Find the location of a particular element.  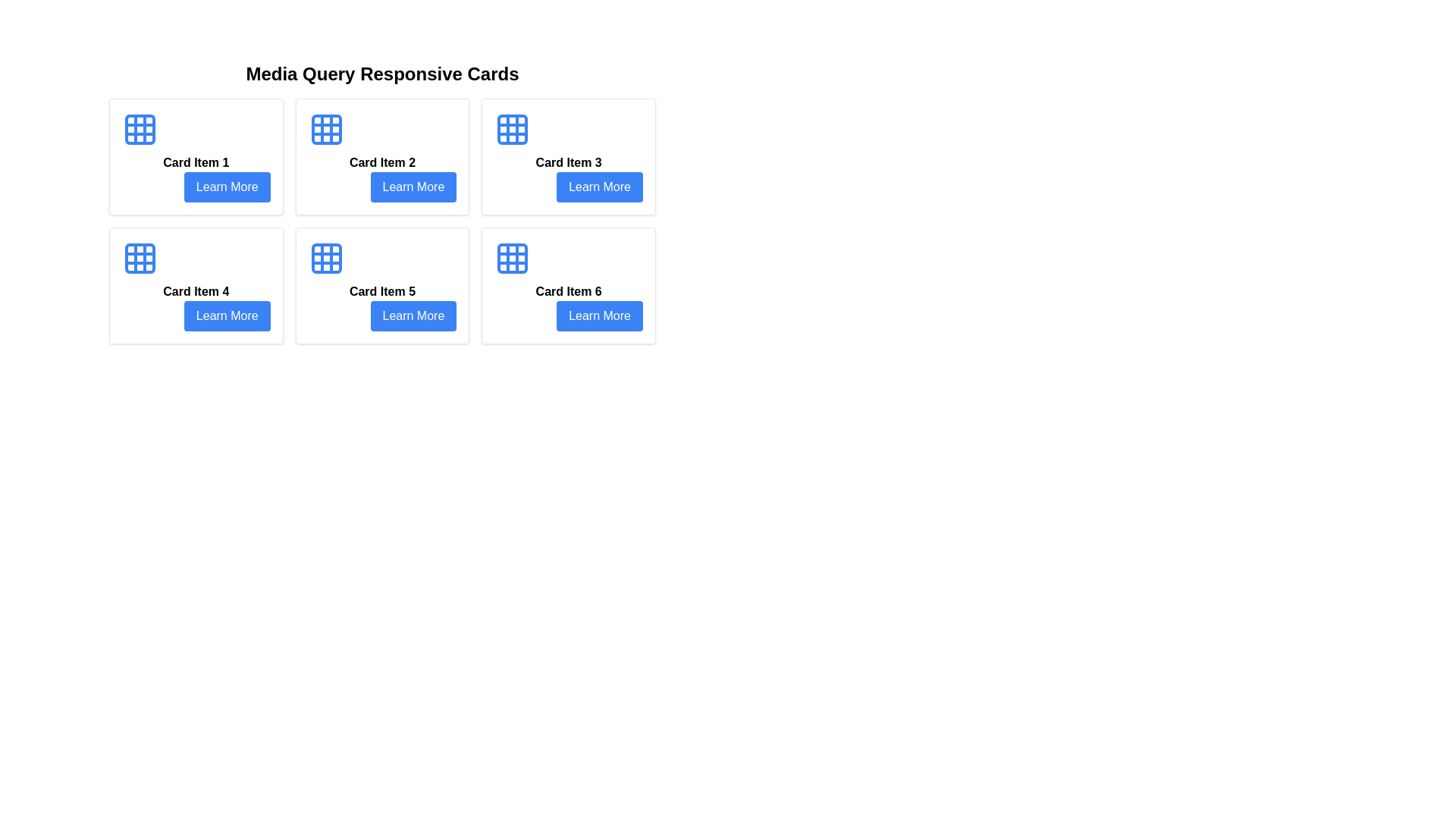

the decorative icon located at the top-left corner of 'Card Item 4' in the bottom-left corner of the grid layout is located at coordinates (140, 257).